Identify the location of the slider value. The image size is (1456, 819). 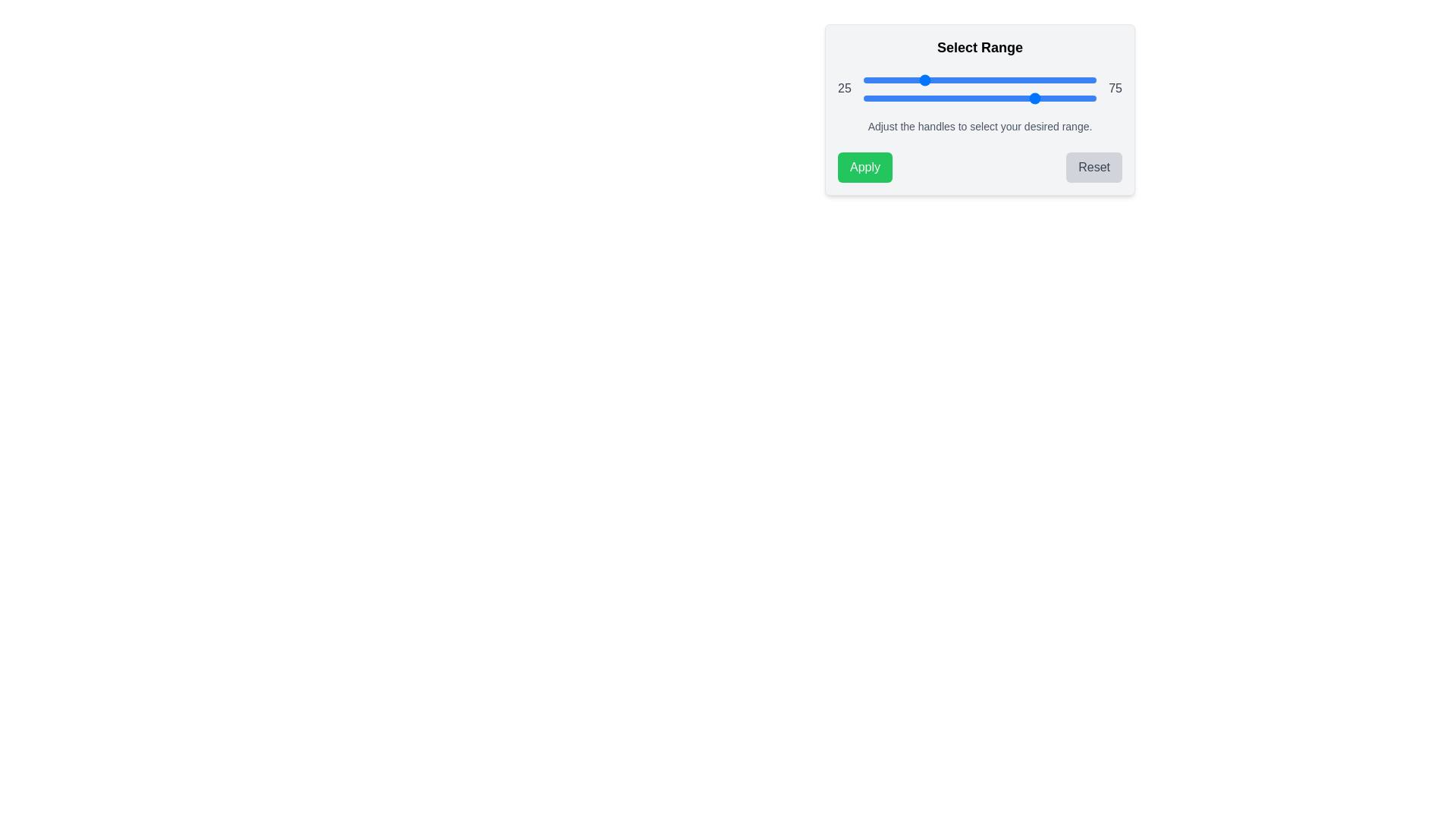
(893, 99).